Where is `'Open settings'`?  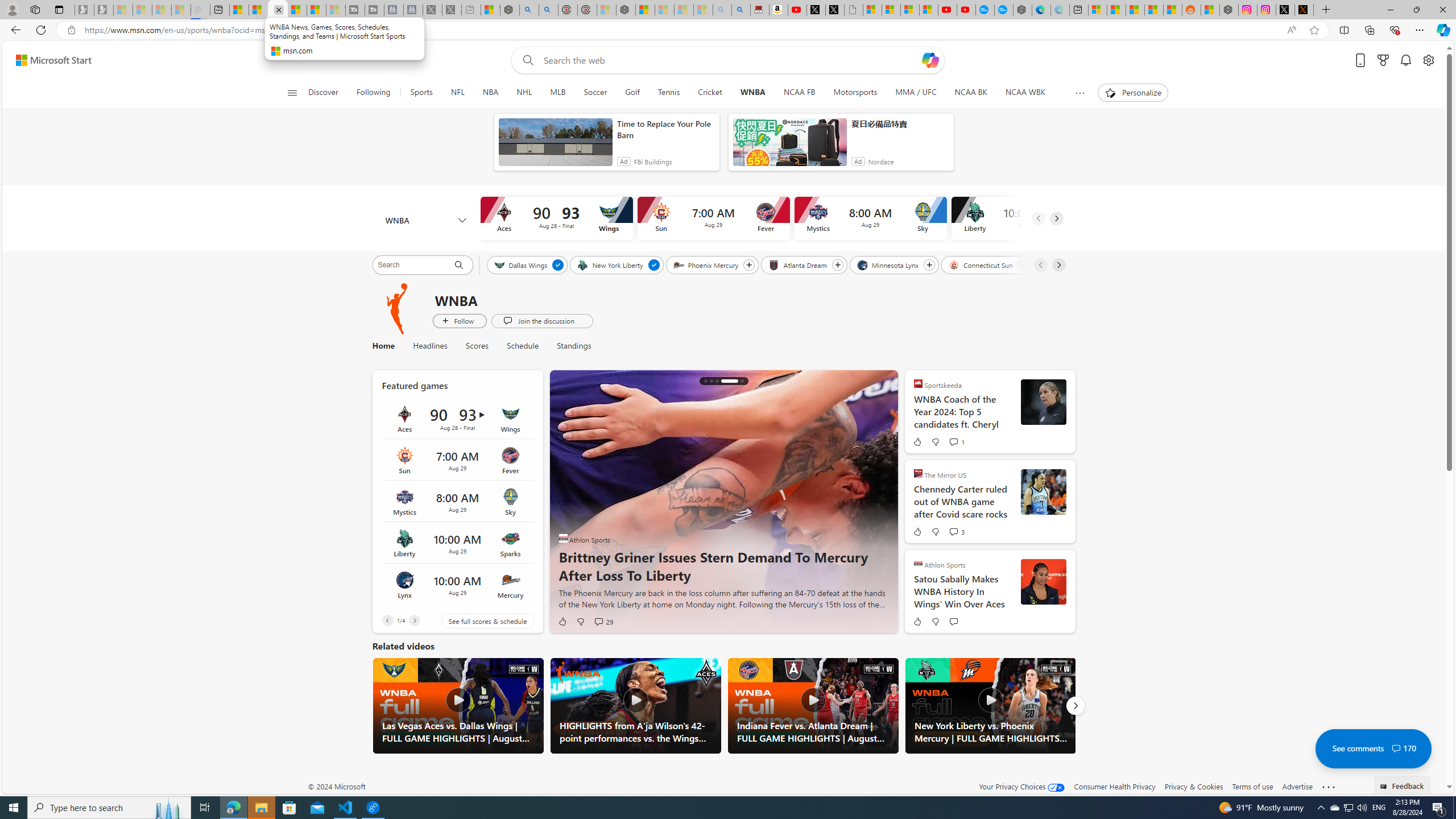
'Open settings' is located at coordinates (1428, 60).